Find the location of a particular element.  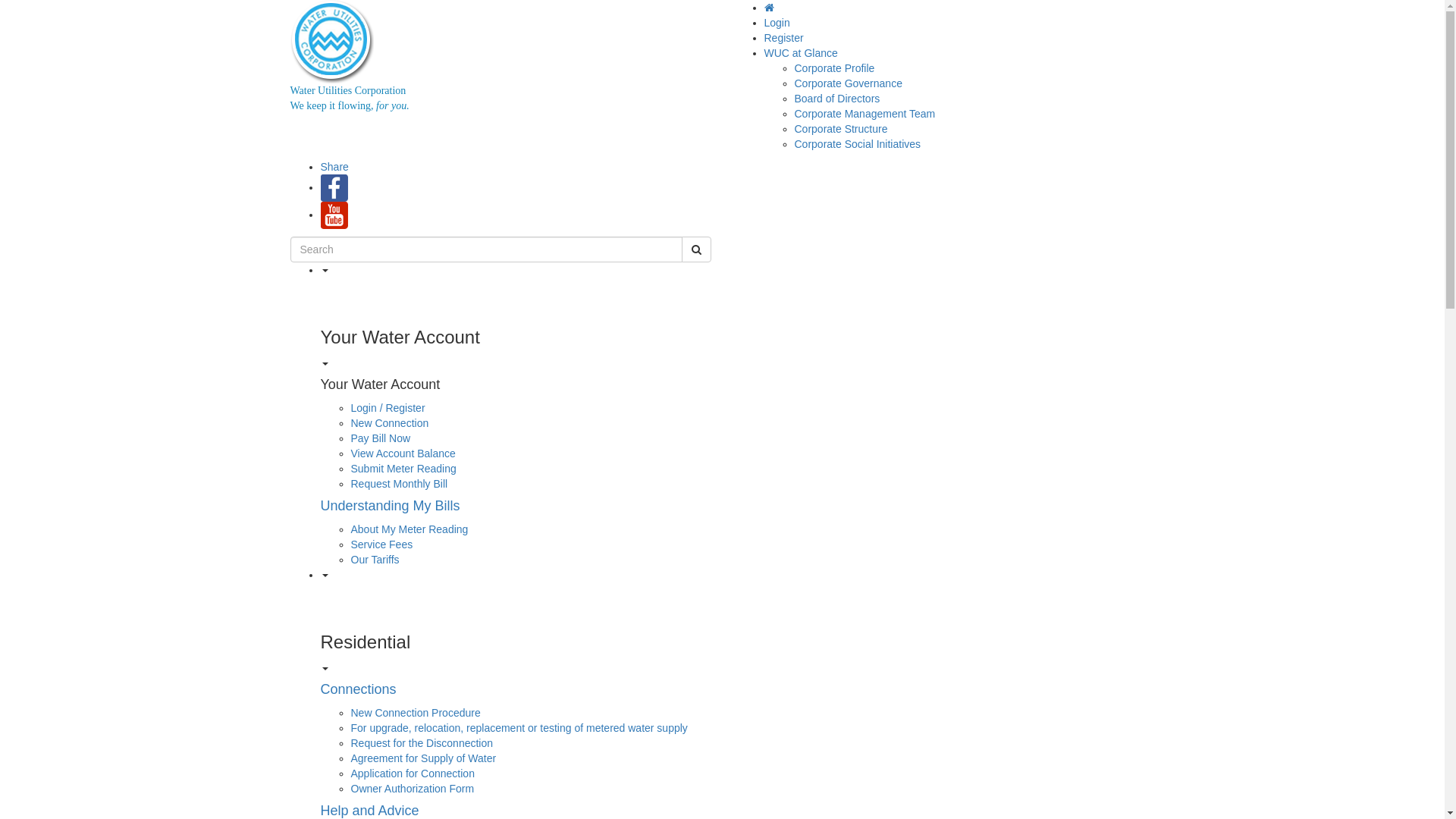

'Corporate Structure' is located at coordinates (793, 127).